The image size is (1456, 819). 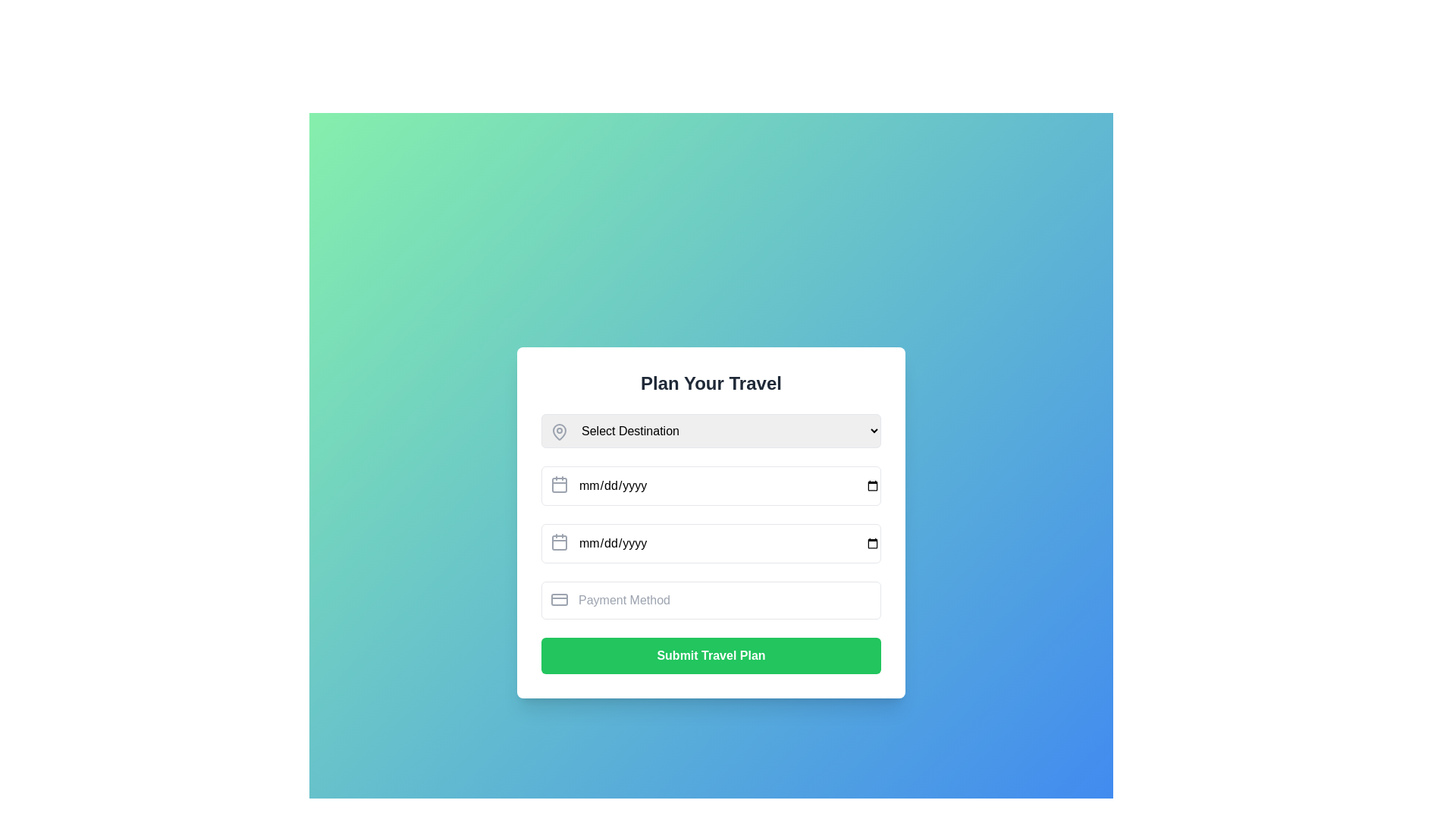 I want to click on the payment method icon located at the top-left corner of the 'Payment Method' input field, which indicates the purpose of the input related to payment information, so click(x=559, y=598).